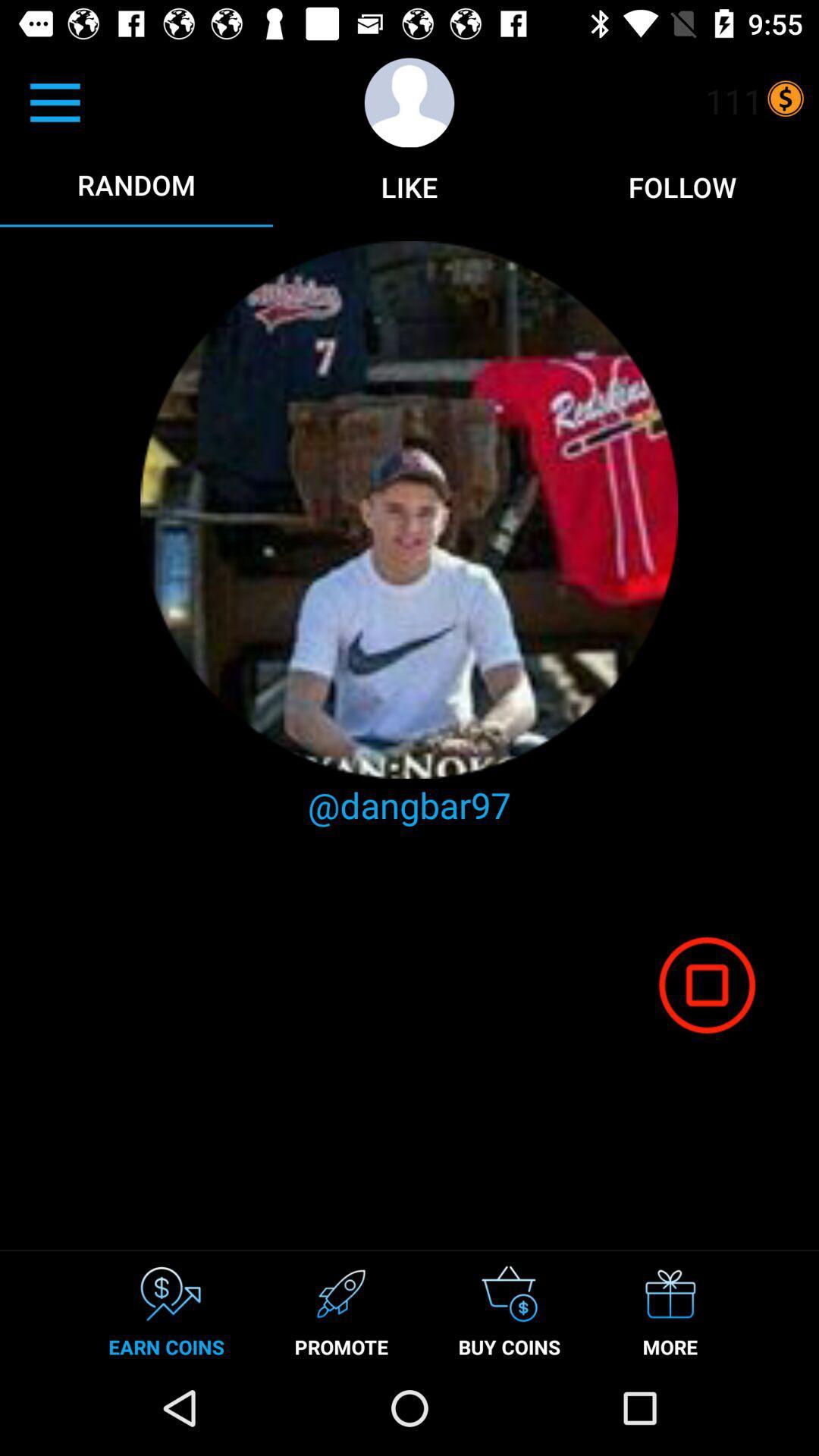 The width and height of the screenshot is (819, 1456). What do you see at coordinates (55, 102) in the screenshot?
I see `the option which is above random` at bounding box center [55, 102].